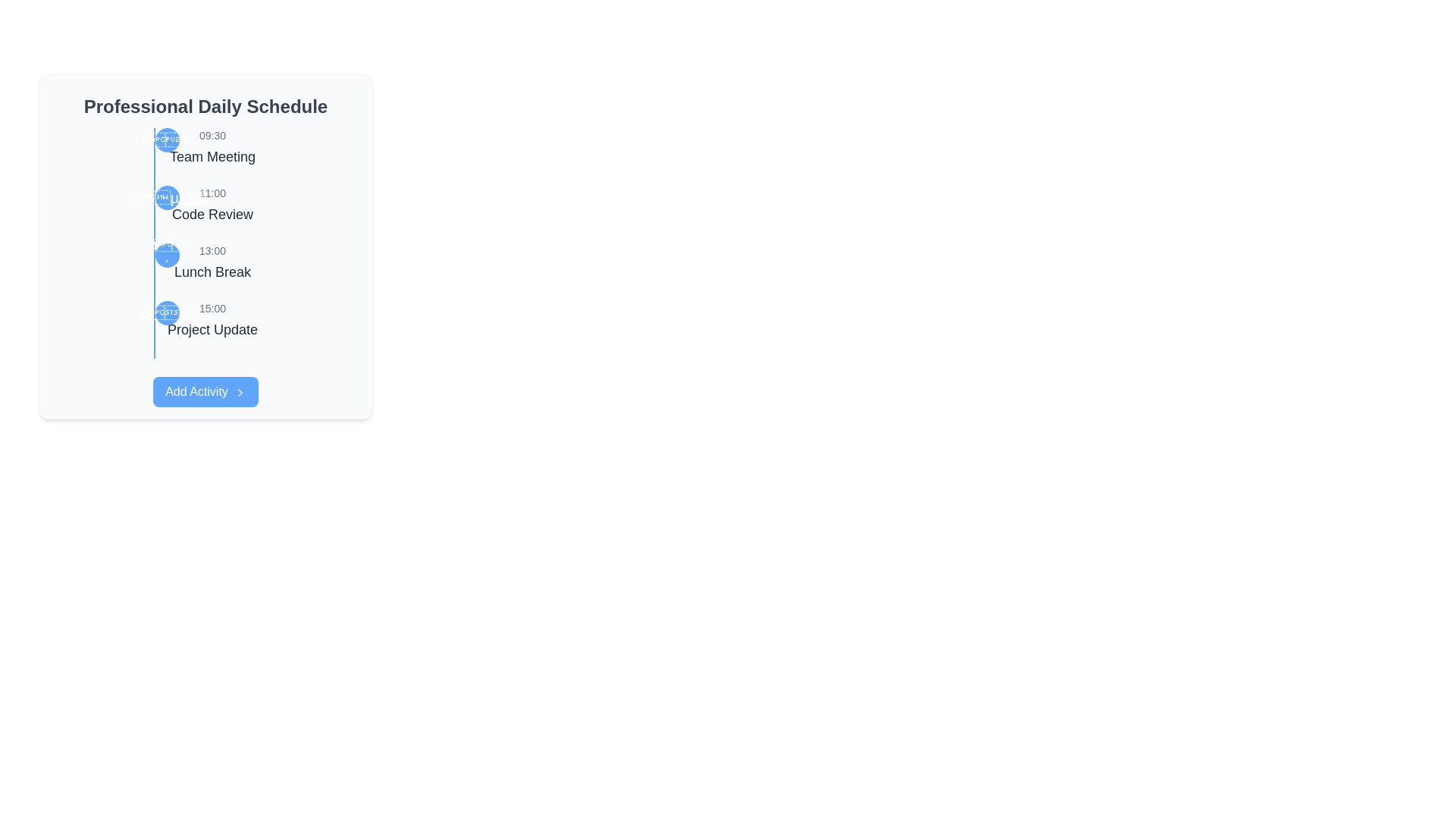  What do you see at coordinates (212, 262) in the screenshot?
I see `the third entry in the 'Professional Daily Schedule' panel, which displays a scheduled event's time and title, positioned between 'Code Review' and 'Project Update'` at bounding box center [212, 262].